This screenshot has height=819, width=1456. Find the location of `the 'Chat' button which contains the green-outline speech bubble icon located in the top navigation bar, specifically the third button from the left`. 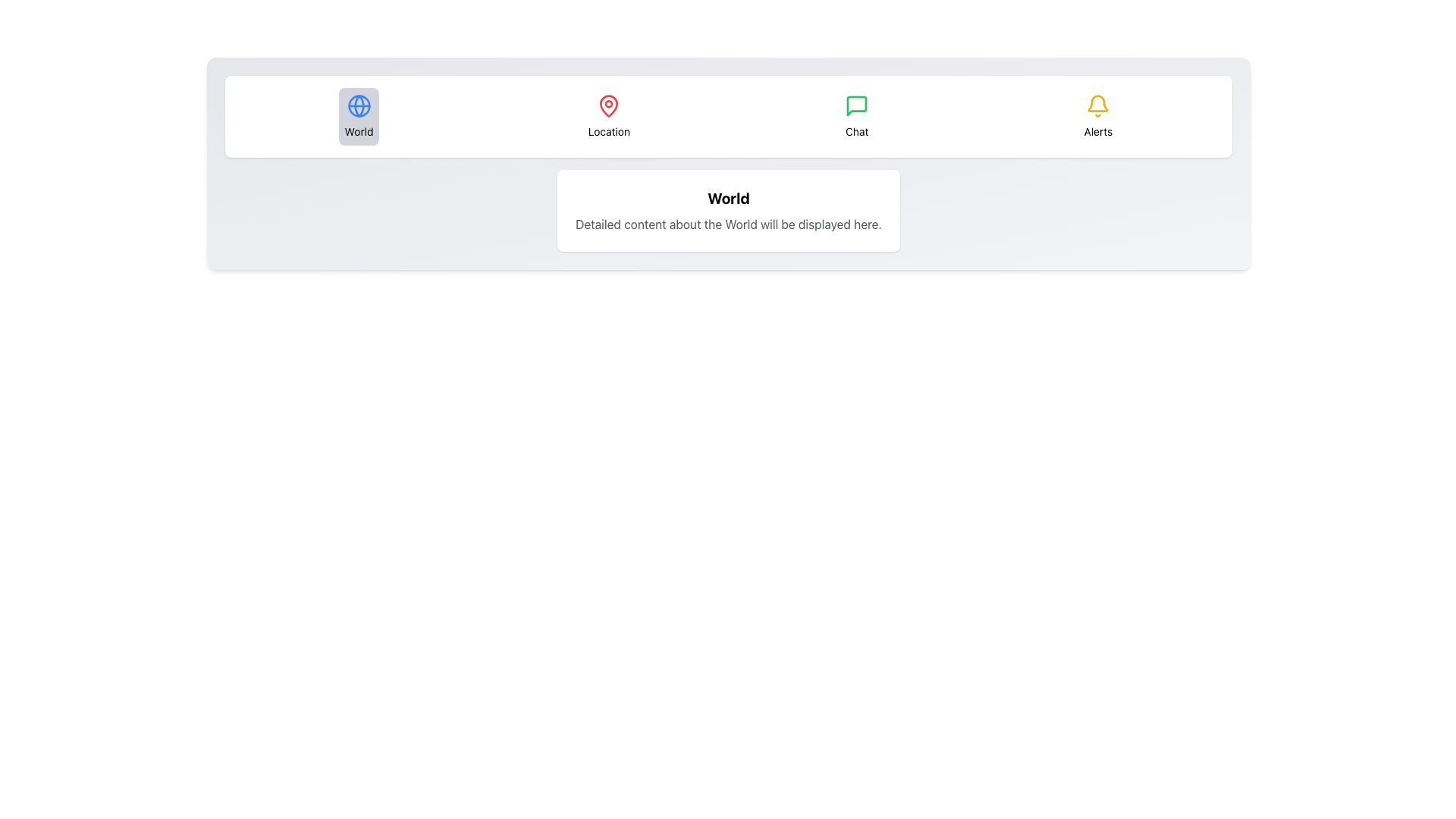

the 'Chat' button which contains the green-outline speech bubble icon located in the top navigation bar, specifically the third button from the left is located at coordinates (857, 105).